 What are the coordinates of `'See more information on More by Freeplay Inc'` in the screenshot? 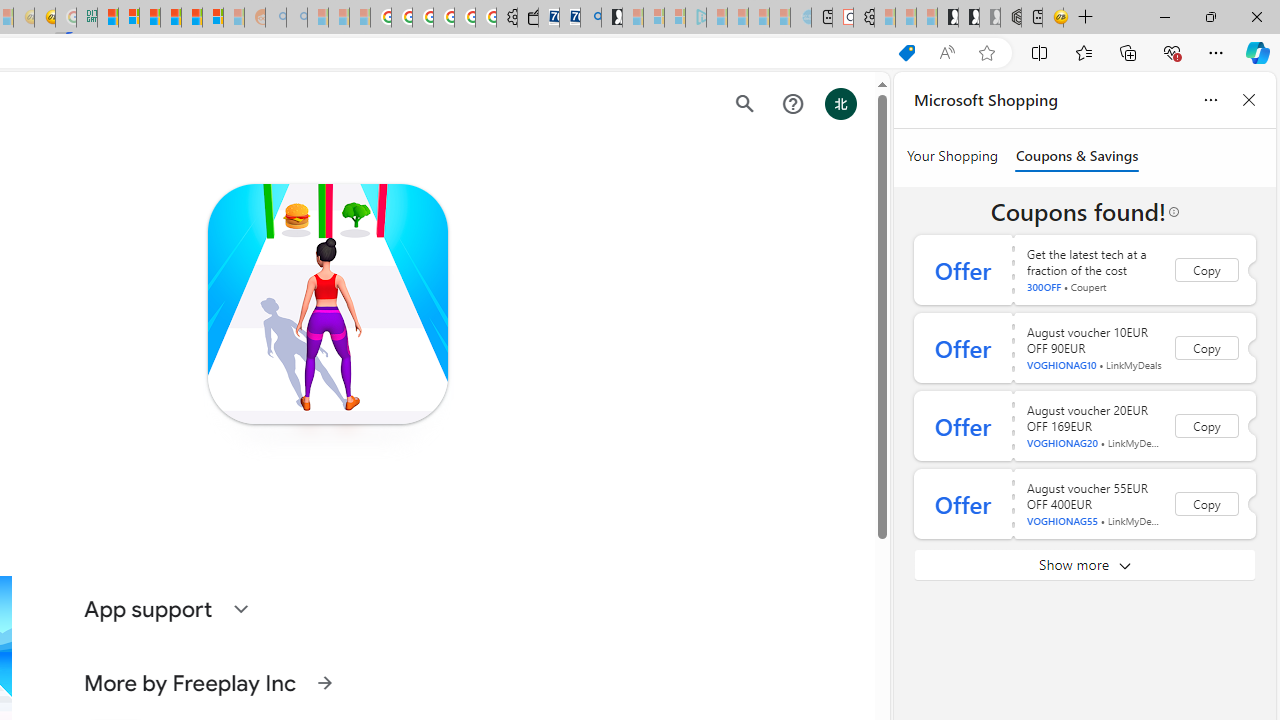 It's located at (324, 681).